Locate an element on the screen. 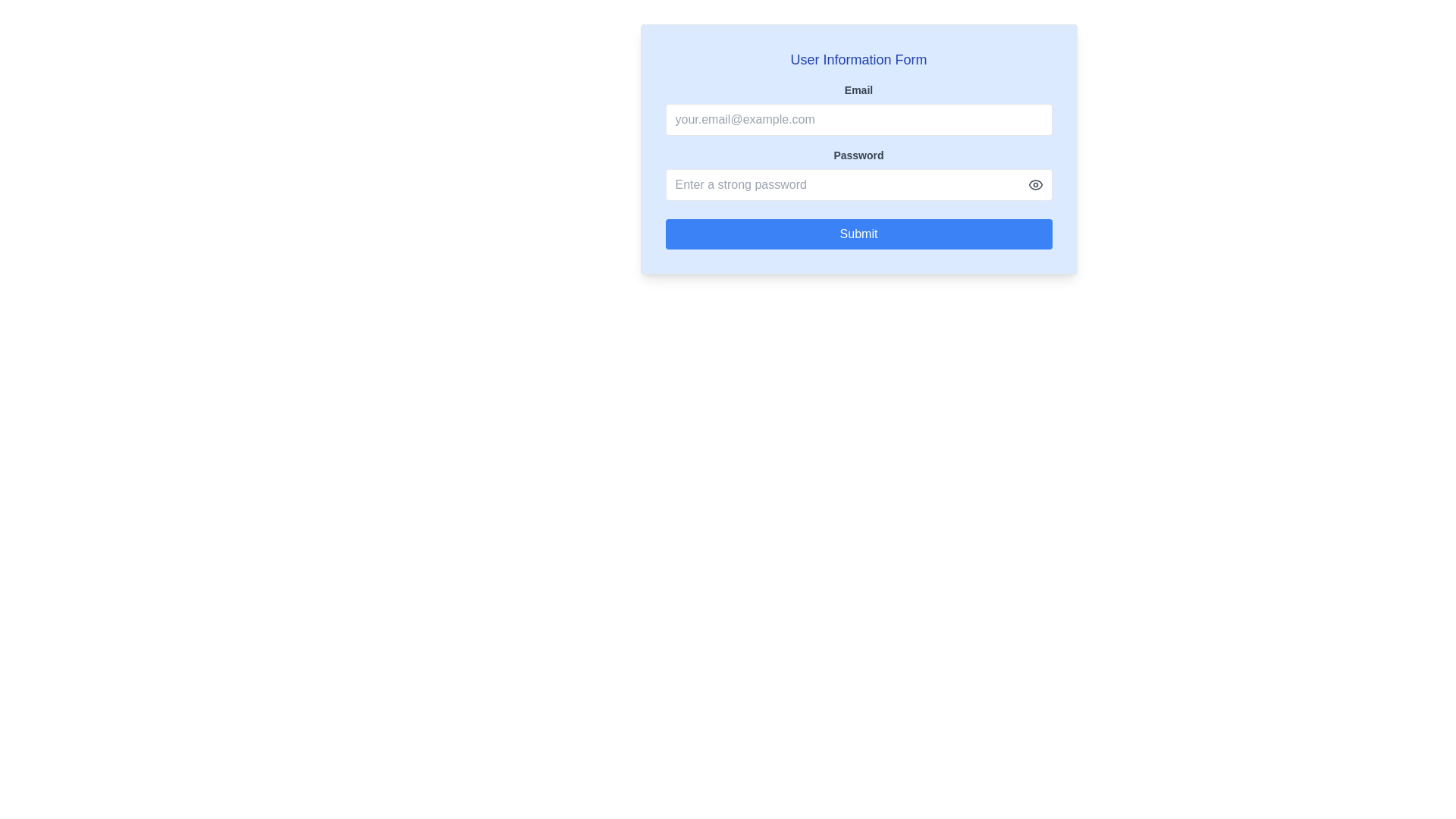  the Text Label titled 'Password', which is styled with a smaller font size and heavier weight, colored dark gray against a light blue background, located below the 'Email' label and above the password input field is located at coordinates (858, 155).